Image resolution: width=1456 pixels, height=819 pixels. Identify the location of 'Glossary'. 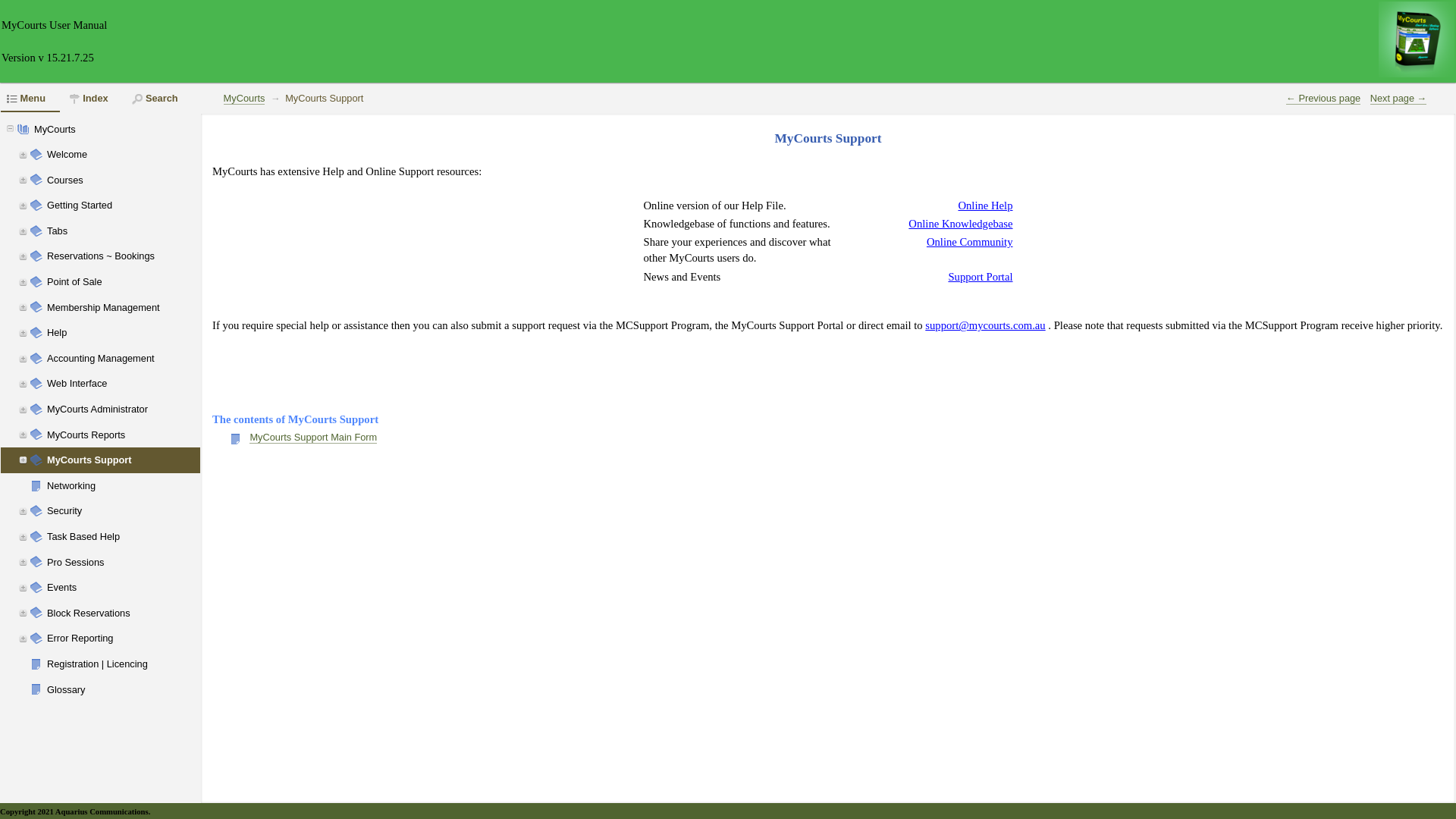
(143, 690).